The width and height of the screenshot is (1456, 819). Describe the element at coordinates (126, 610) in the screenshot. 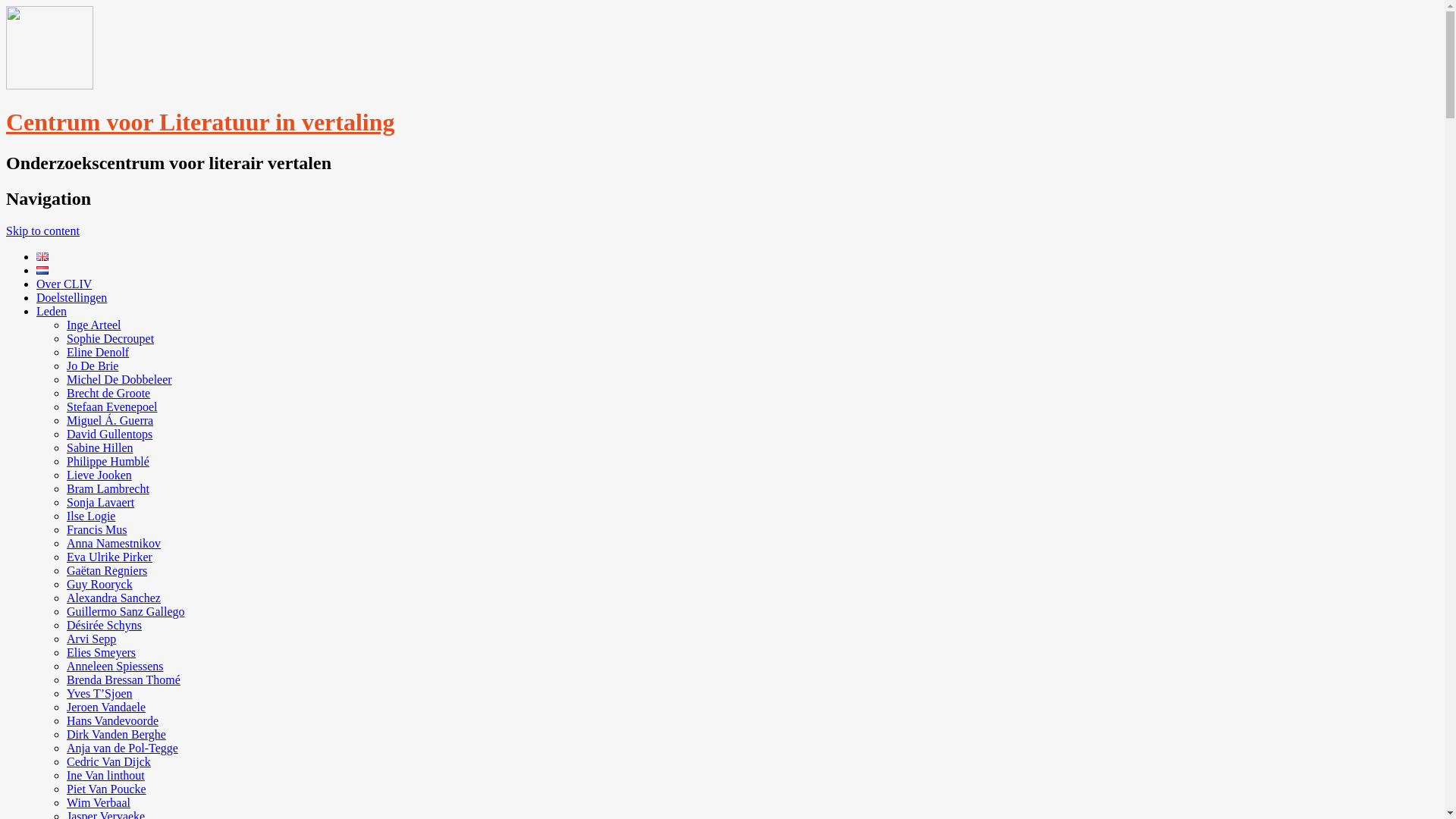

I see `'Guillermo Sanz Gallego'` at that location.